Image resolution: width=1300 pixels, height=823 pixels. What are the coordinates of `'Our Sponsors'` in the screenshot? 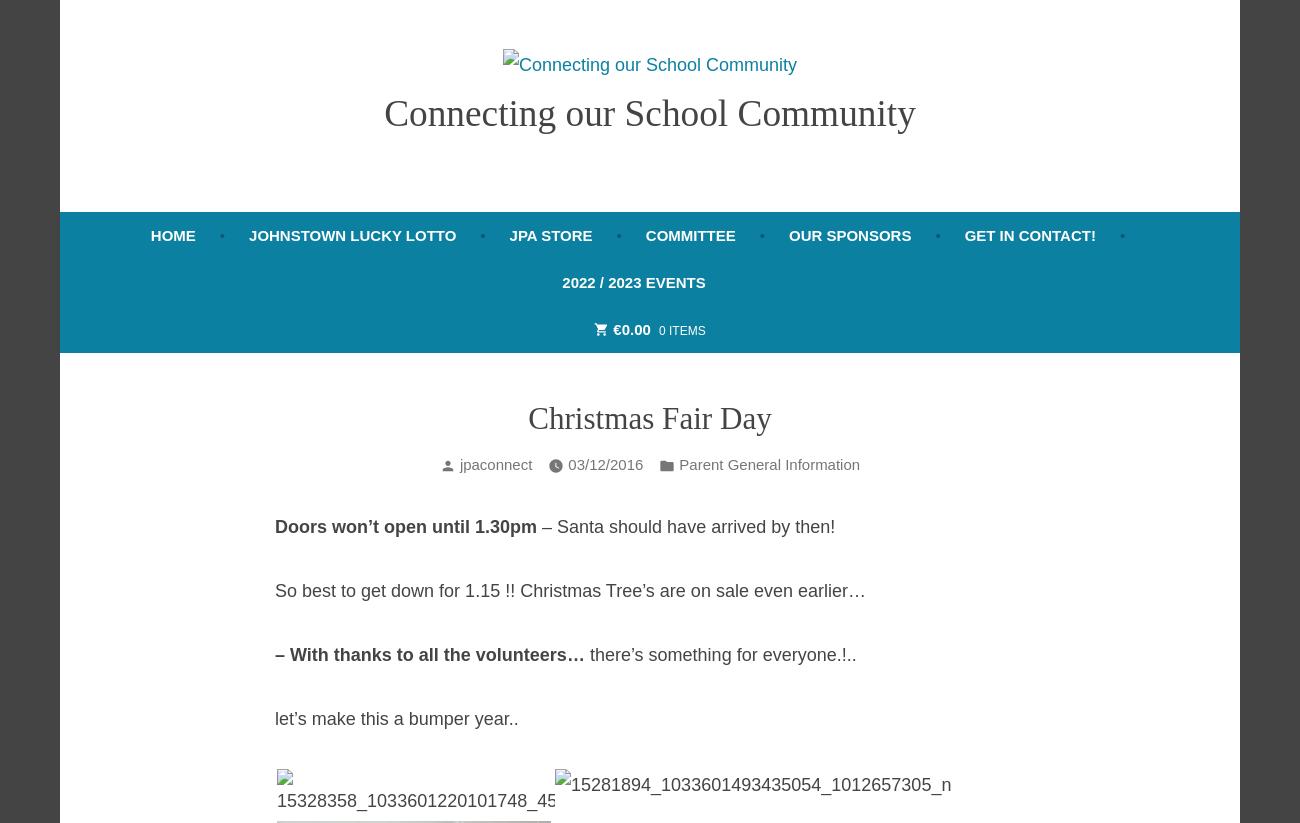 It's located at (849, 233).